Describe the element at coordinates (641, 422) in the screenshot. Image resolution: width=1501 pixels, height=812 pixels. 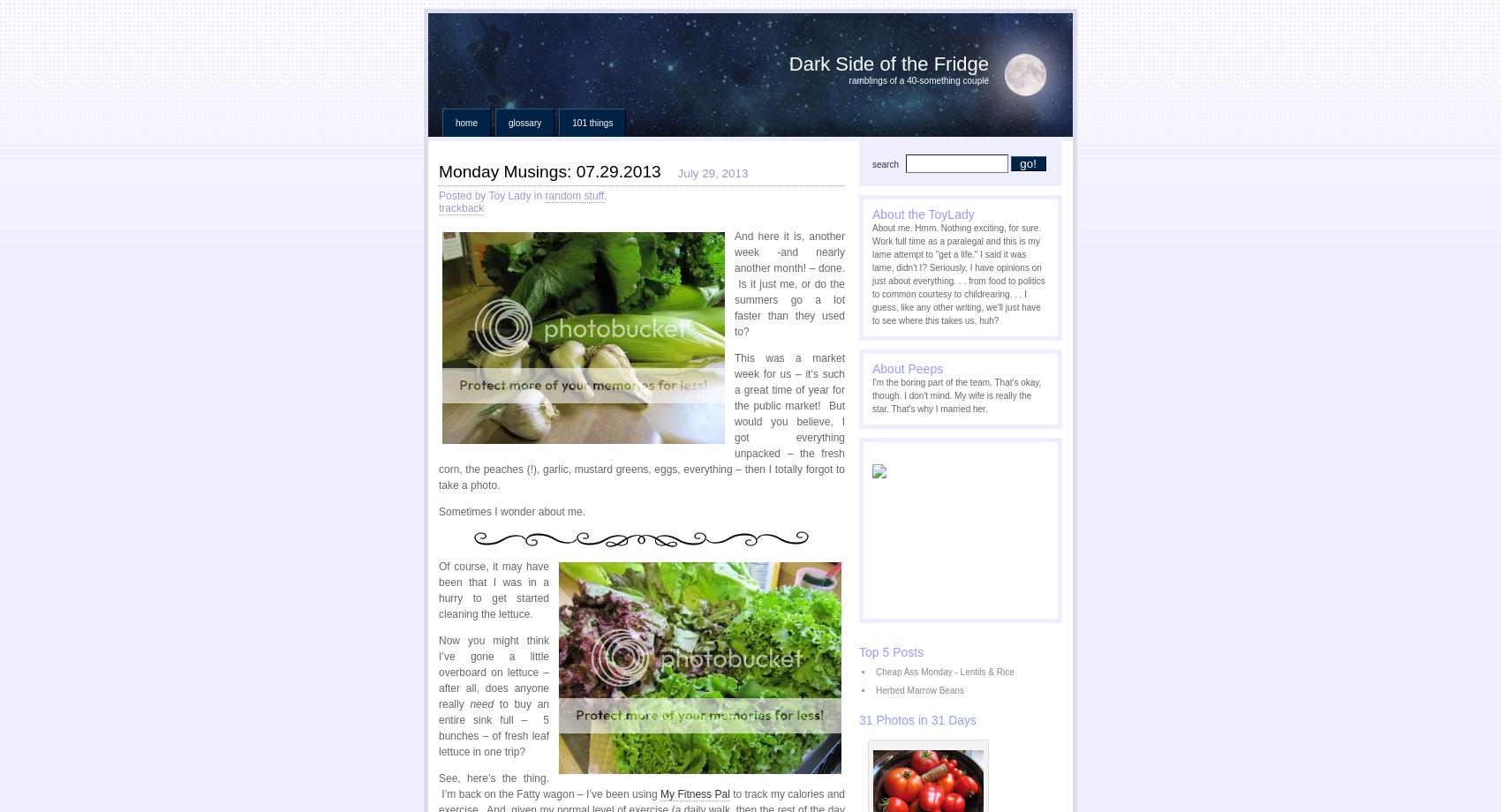
I see `'This was a market week for us – it’s such a great time of year for the public market!  But would you believe, I got everything unpacked – the fresh corn, the peaches (!), garlic, mustard greens, eggs, everything – then I totally forgot to take a photo.'` at that location.